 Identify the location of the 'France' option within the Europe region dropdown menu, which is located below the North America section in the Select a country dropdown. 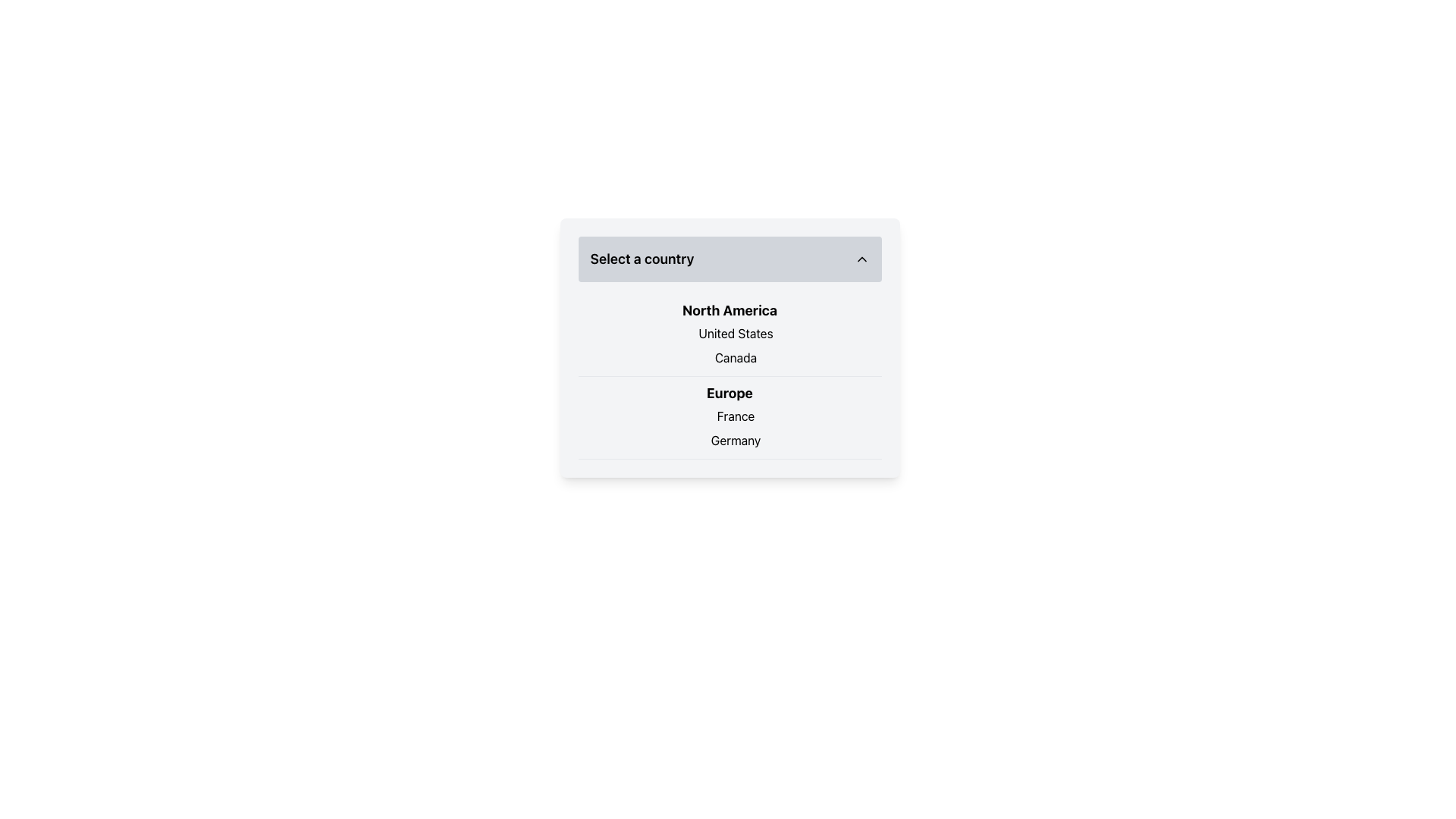
(730, 418).